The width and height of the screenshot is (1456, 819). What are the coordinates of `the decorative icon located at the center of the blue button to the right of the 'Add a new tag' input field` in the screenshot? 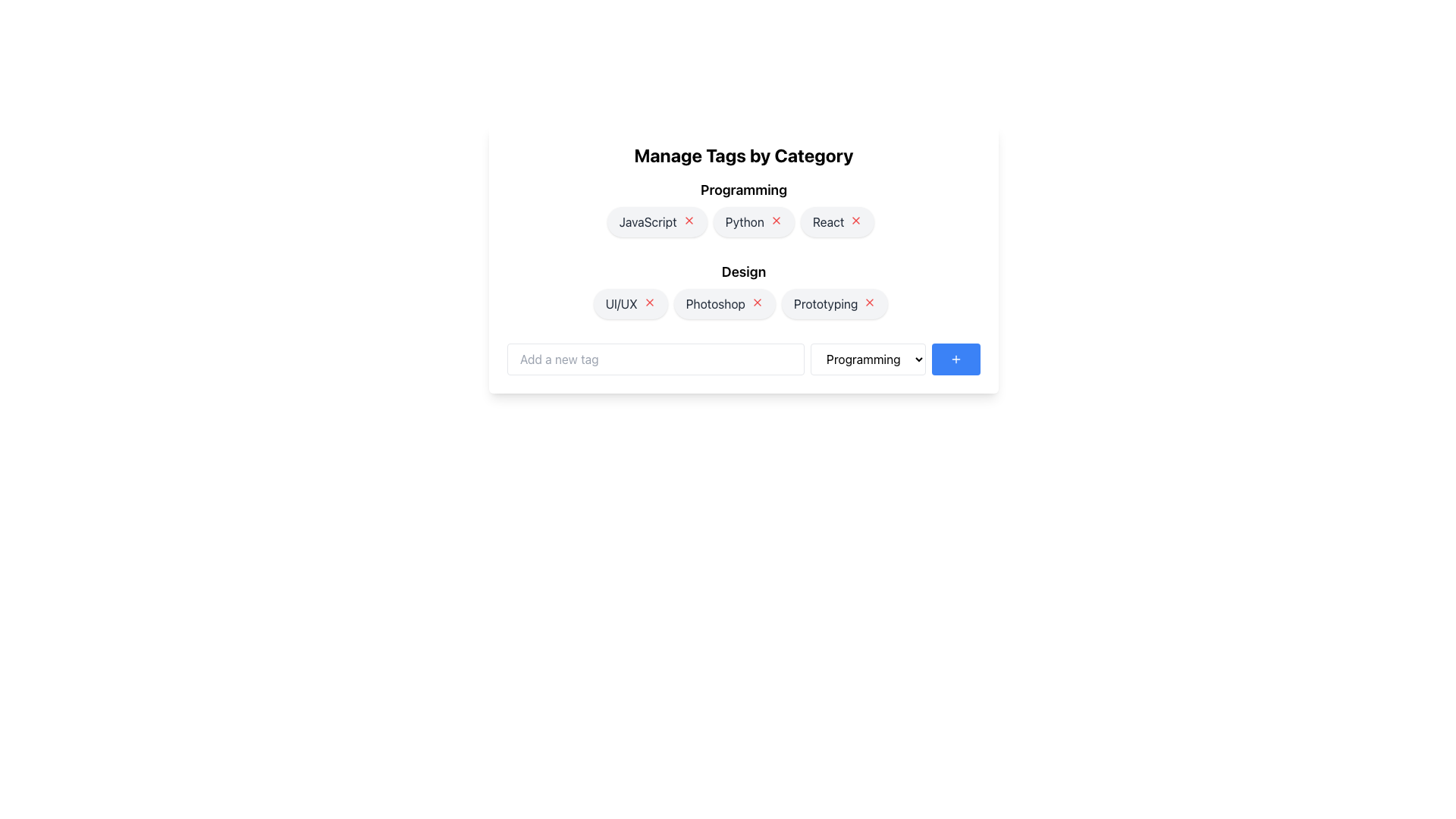 It's located at (955, 359).